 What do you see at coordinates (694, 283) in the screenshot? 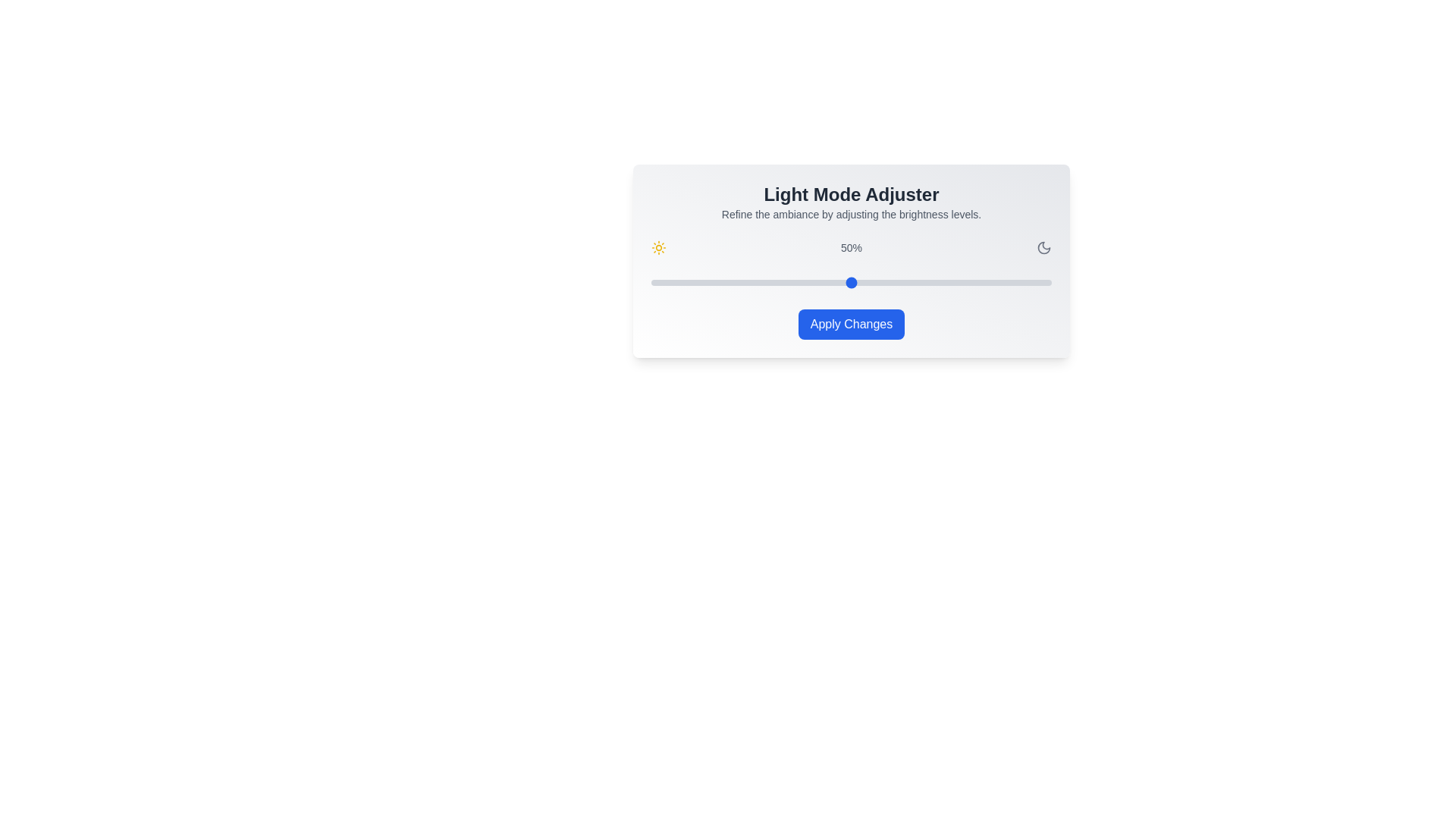
I see `the brightness slider to 11%` at bounding box center [694, 283].